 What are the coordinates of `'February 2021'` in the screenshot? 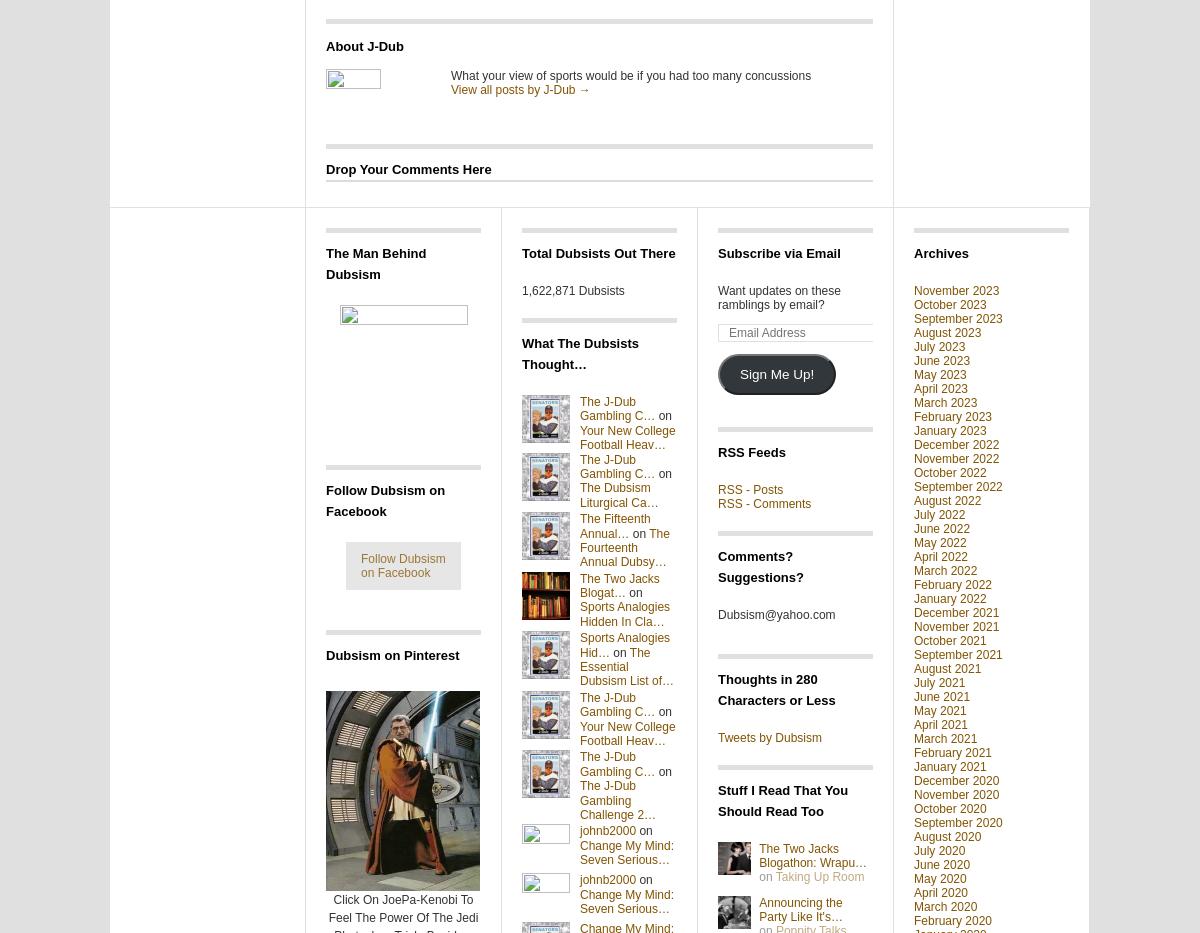 It's located at (953, 752).